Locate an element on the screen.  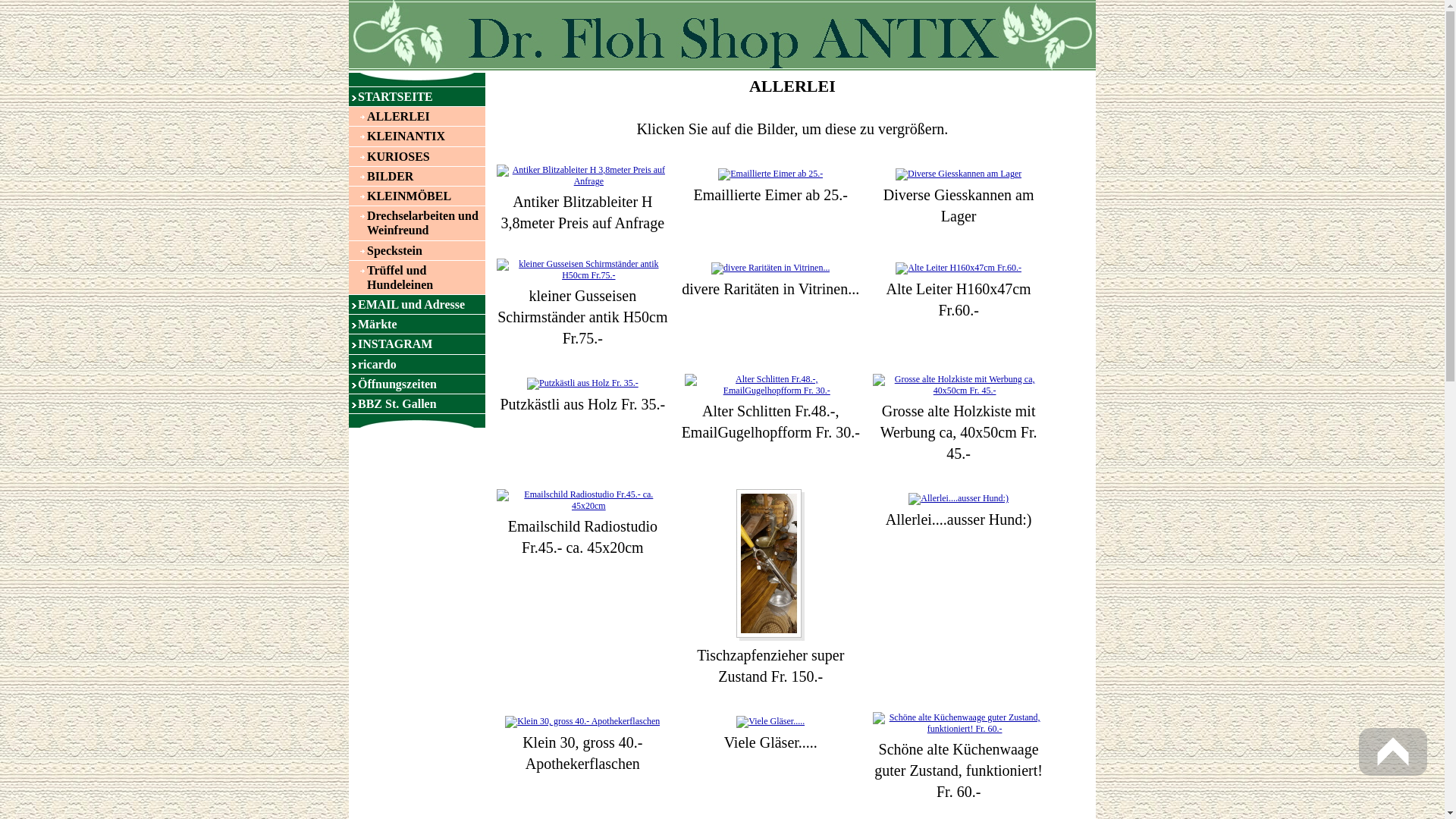
'Grosse alte Holzkiste mit Werbung ca, 40x50cm Fr. 45.-' is located at coordinates (958, 383).